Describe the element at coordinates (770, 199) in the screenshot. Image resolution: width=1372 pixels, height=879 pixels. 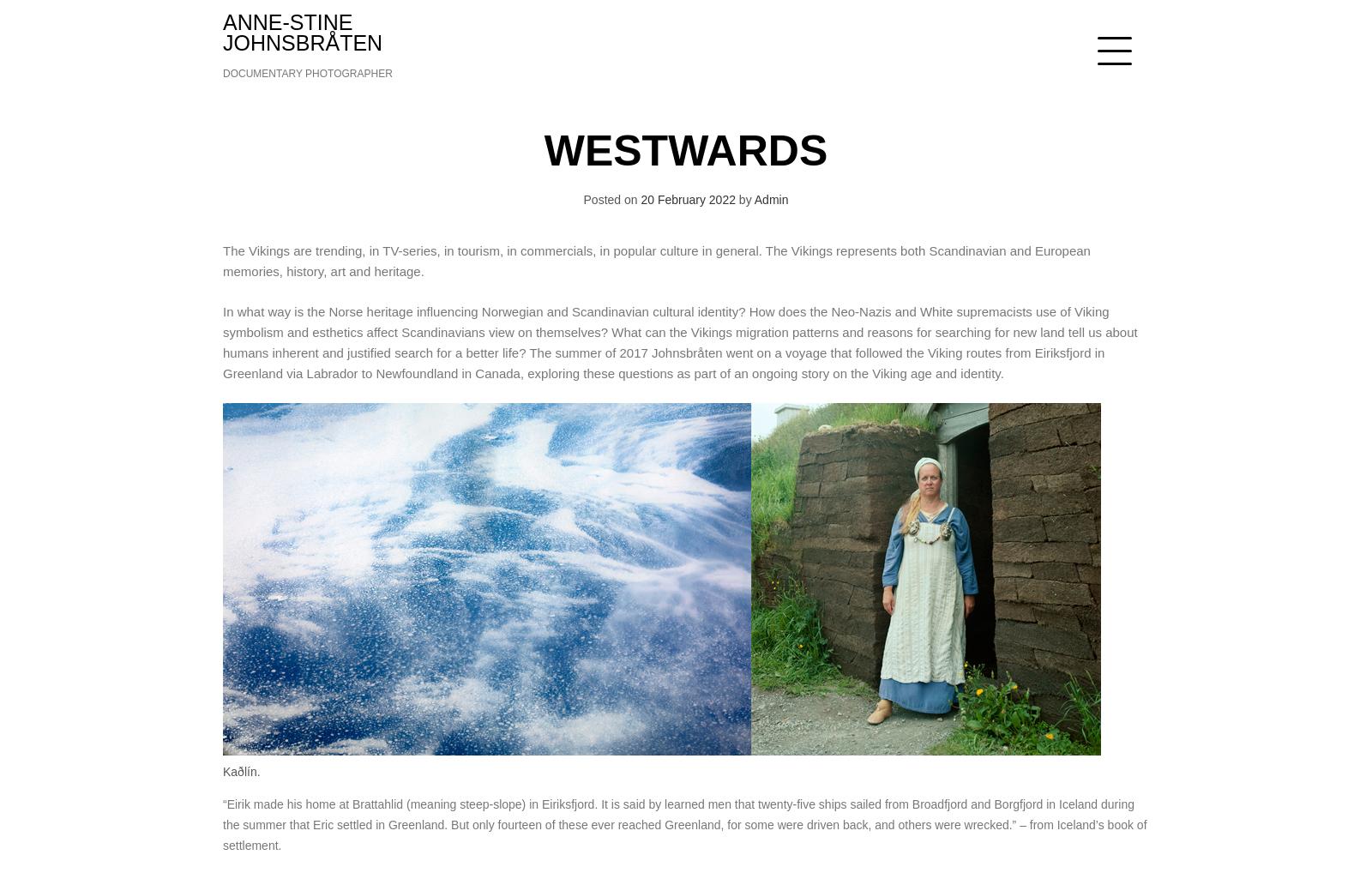
I see `'Admin'` at that location.